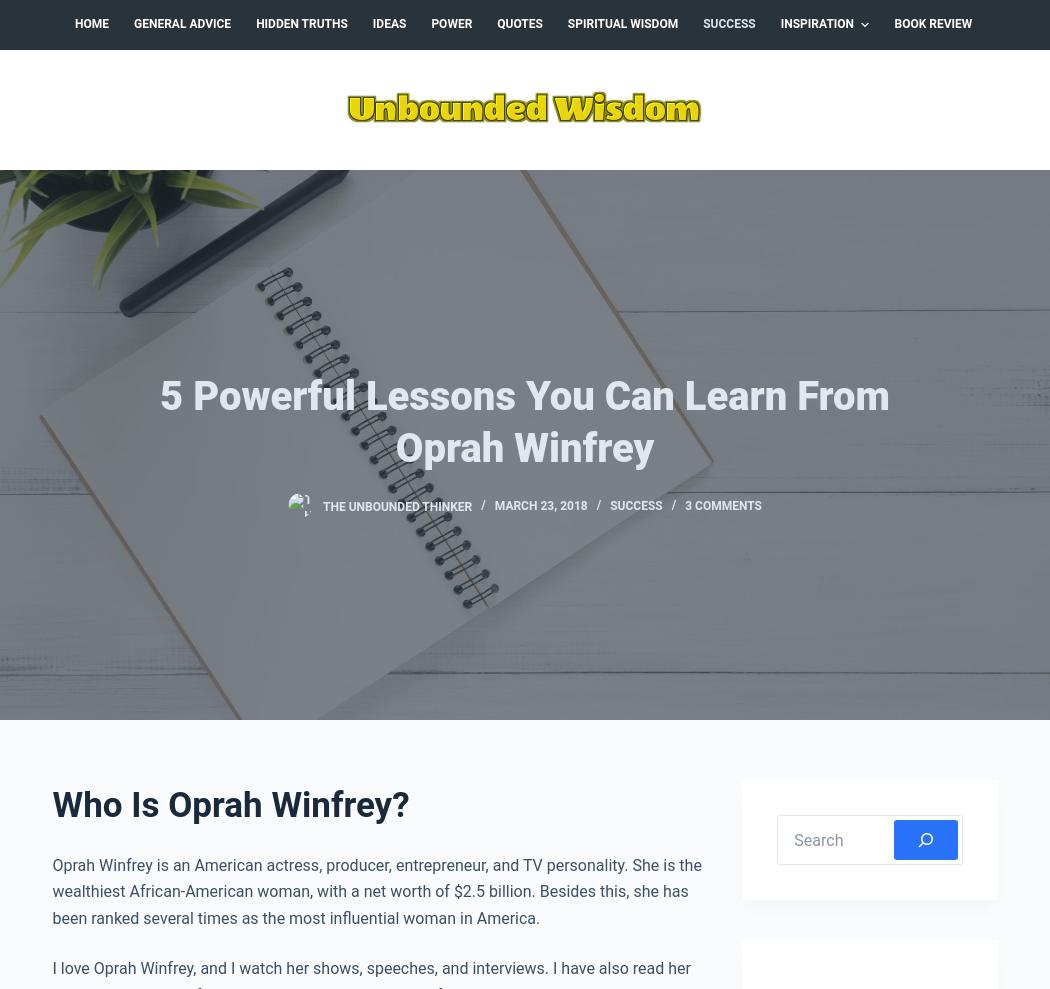 Image resolution: width=1050 pixels, height=989 pixels. What do you see at coordinates (733, 898) in the screenshot?
I see `'January 8, 2019 / 9:24 pm'` at bounding box center [733, 898].